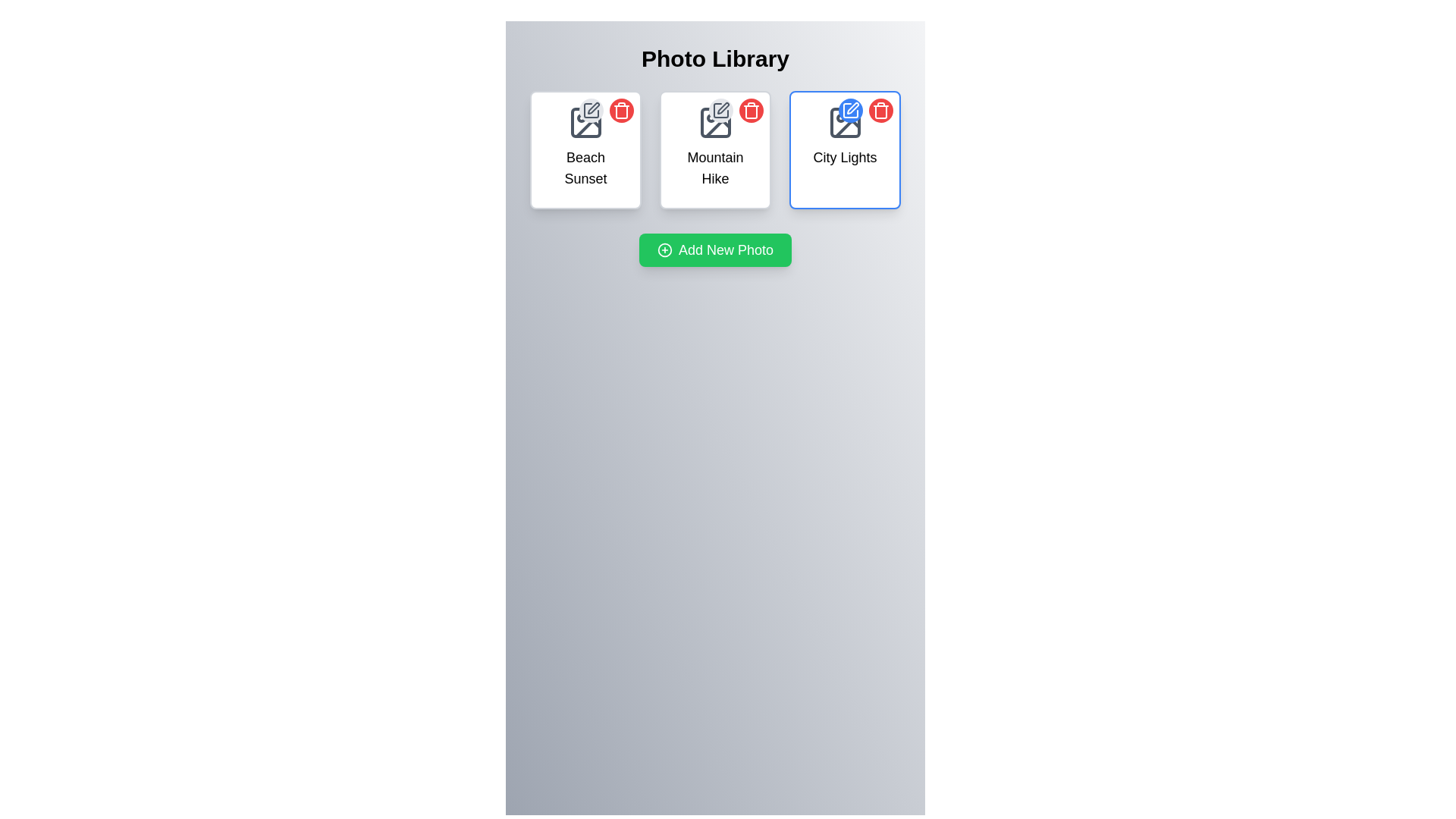 This screenshot has width=1456, height=819. I want to click on the circular red button with a white trash bin icon located at the top-right corner of the 'City Lights' card, so click(880, 110).